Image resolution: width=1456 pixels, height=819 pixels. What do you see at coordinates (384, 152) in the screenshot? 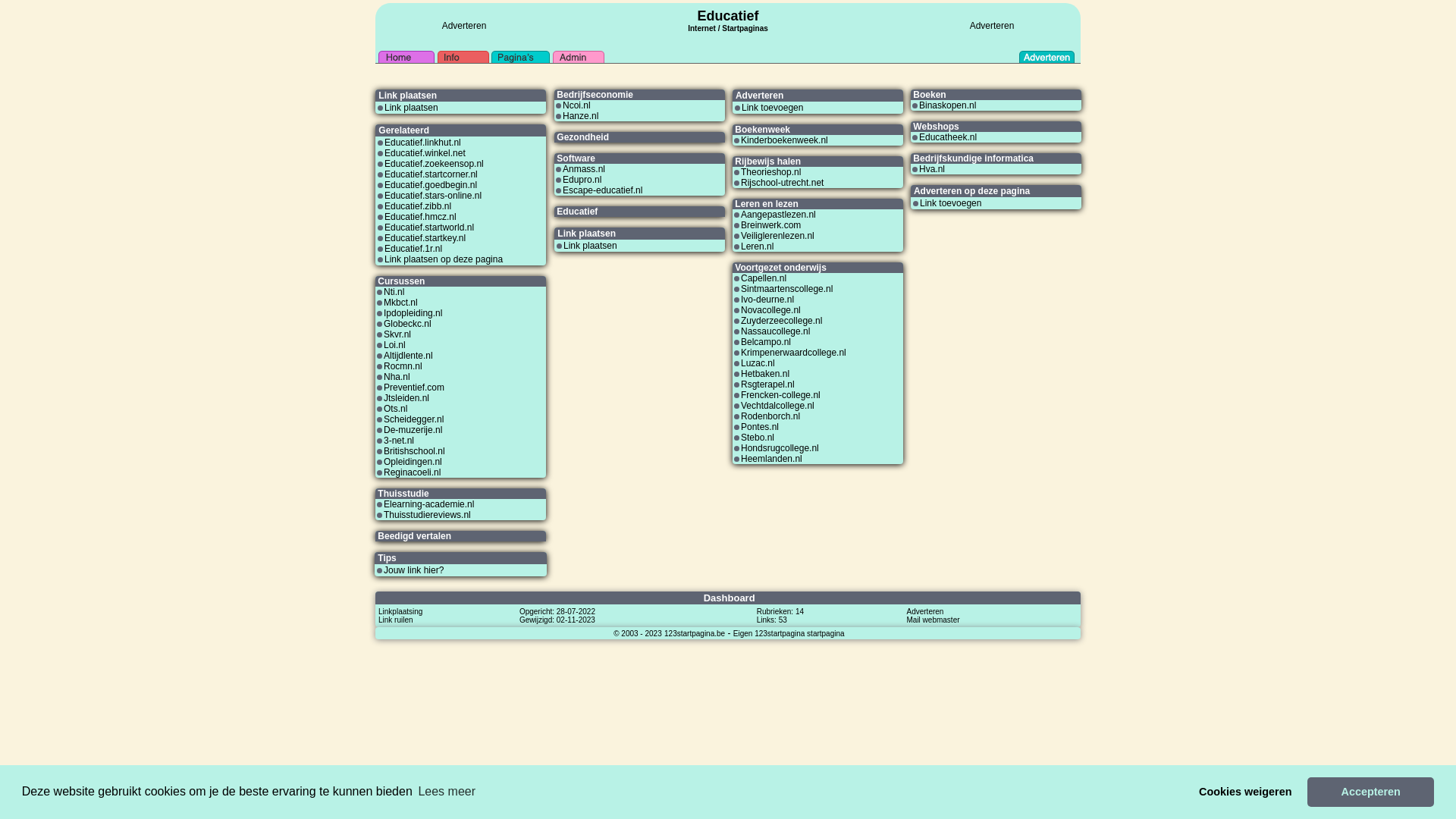
I see `'Educatief.winkel.net'` at bounding box center [384, 152].